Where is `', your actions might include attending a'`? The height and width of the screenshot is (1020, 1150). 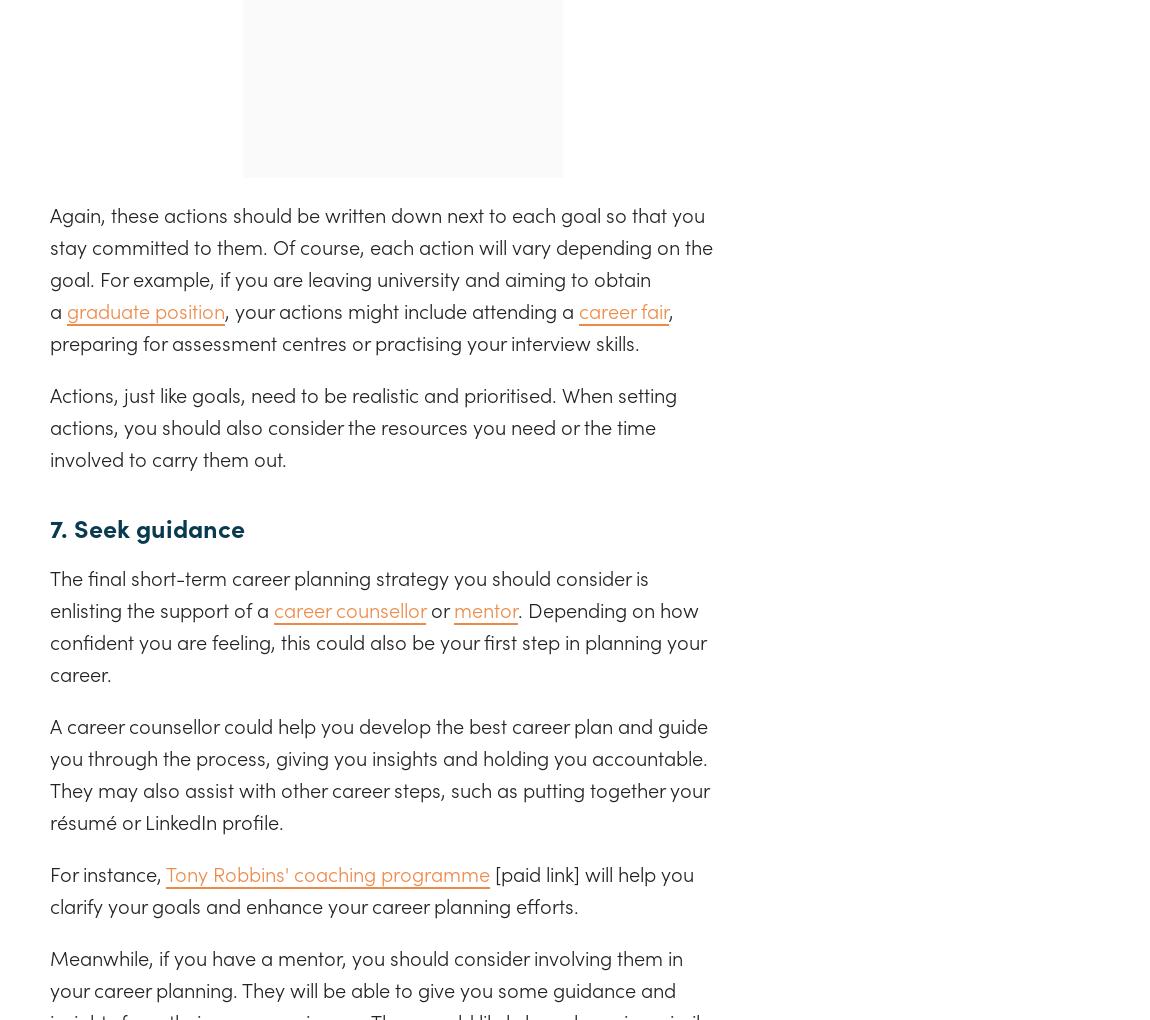 ', your actions might include attending a' is located at coordinates (402, 308).